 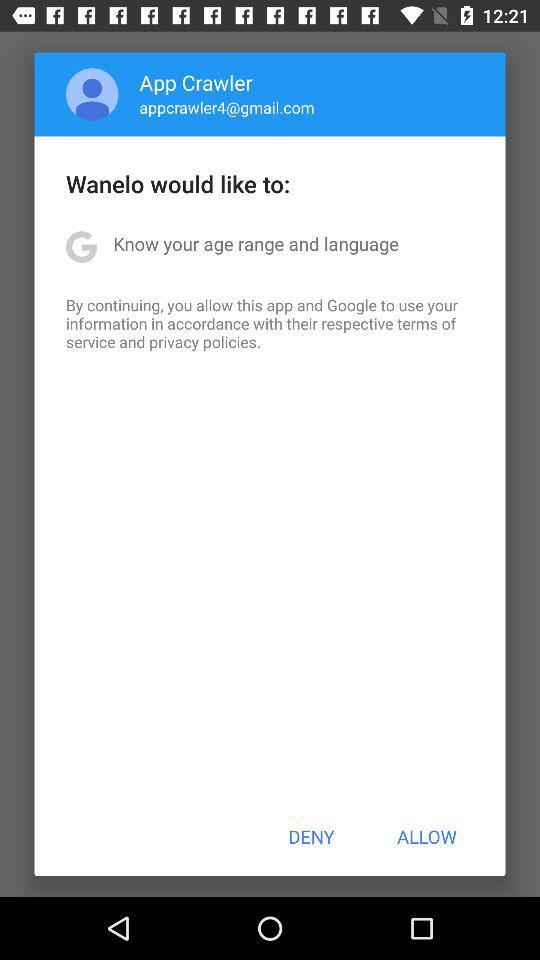 I want to click on the app above the appcrawler4@gmail.com, so click(x=196, y=82).